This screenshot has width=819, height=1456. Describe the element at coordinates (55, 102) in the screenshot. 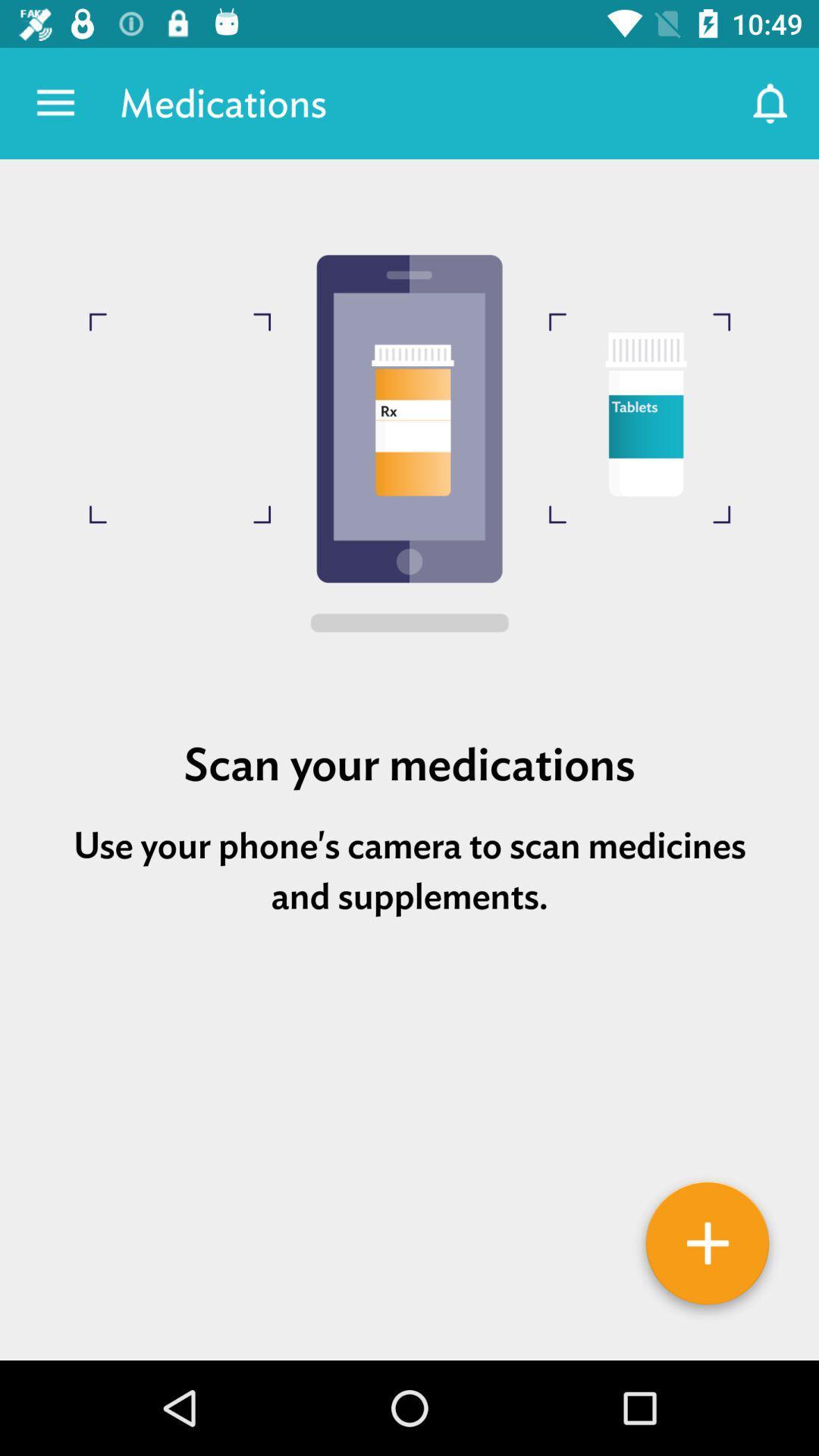

I see `the app to the left of medications item` at that location.